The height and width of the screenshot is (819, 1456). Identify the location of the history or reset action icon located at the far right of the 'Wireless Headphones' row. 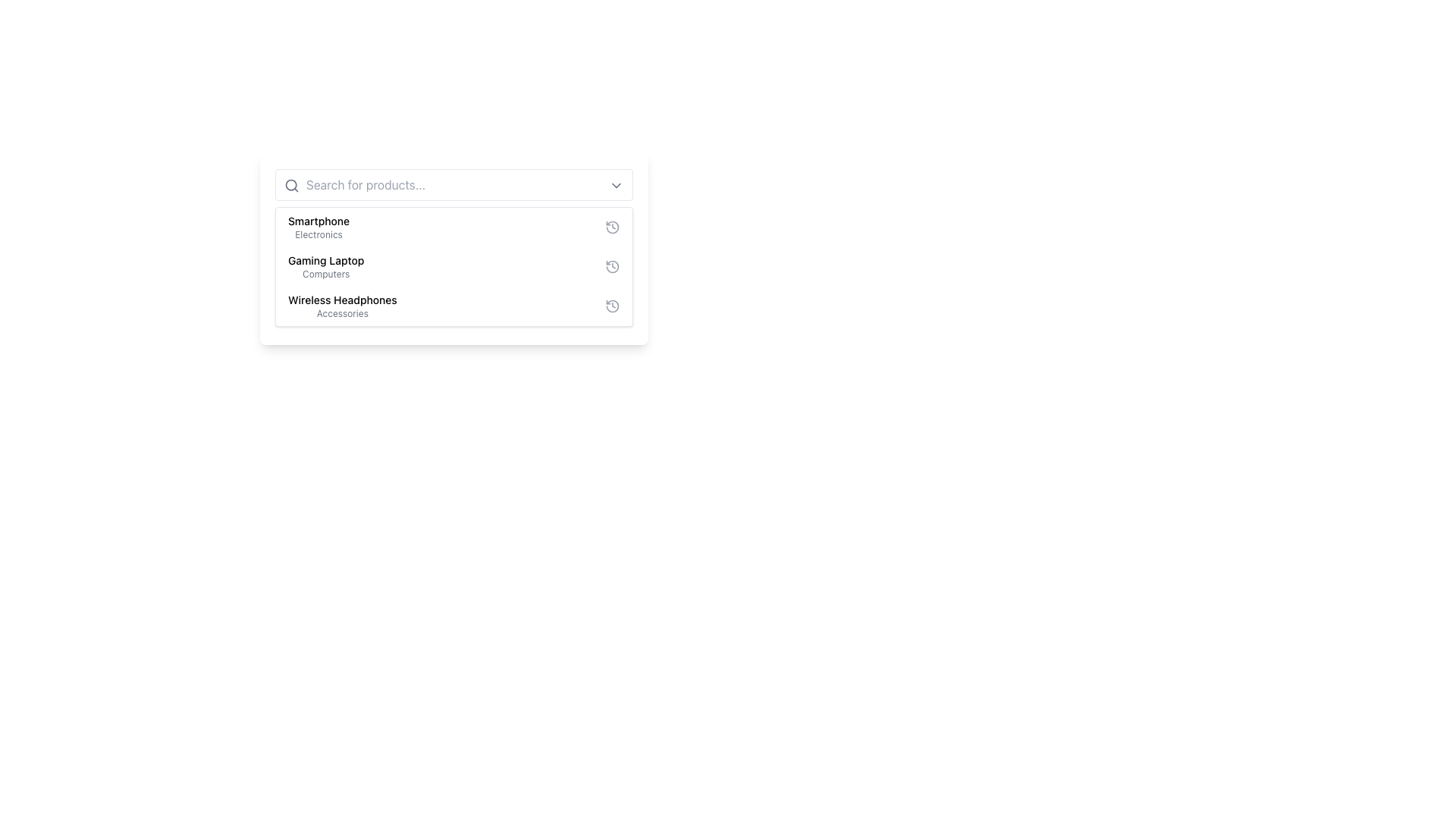
(612, 306).